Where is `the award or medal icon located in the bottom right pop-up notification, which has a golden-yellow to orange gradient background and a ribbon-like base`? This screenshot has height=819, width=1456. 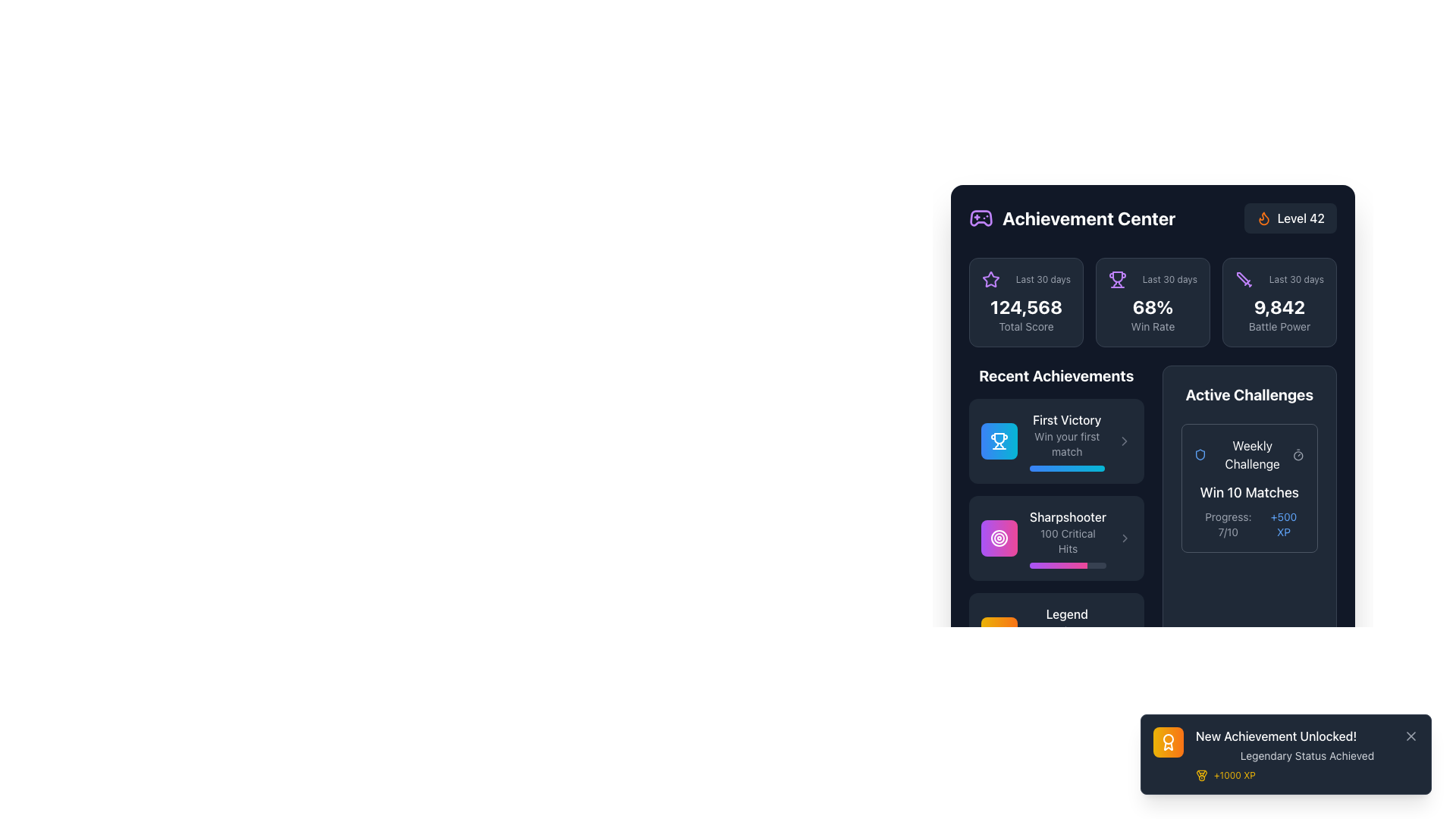 the award or medal icon located in the bottom right pop-up notification, which has a golden-yellow to orange gradient background and a ribbon-like base is located at coordinates (1167, 742).